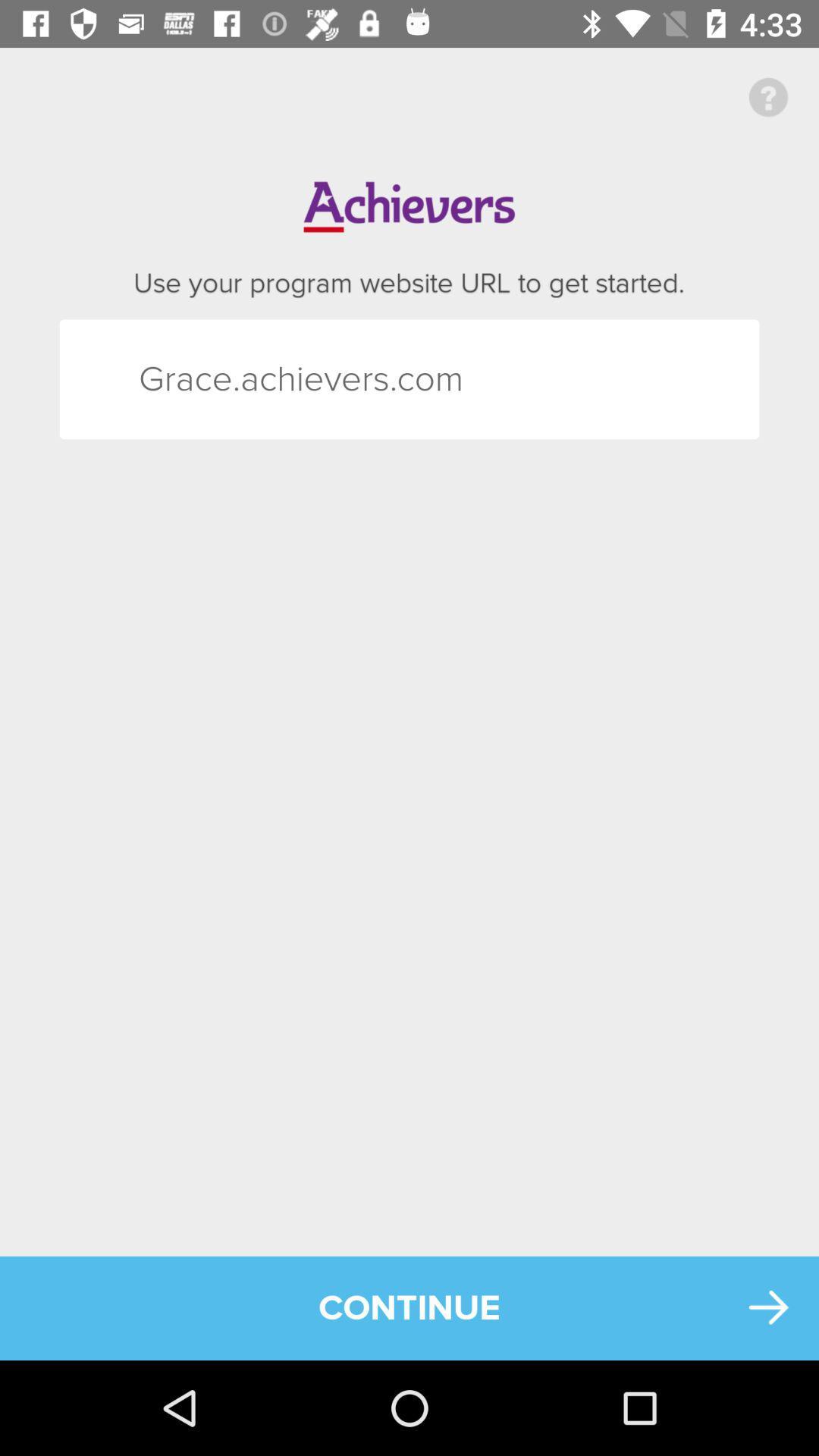 This screenshot has width=819, height=1456. What do you see at coordinates (769, 97) in the screenshot?
I see `icon at the top right corner` at bounding box center [769, 97].